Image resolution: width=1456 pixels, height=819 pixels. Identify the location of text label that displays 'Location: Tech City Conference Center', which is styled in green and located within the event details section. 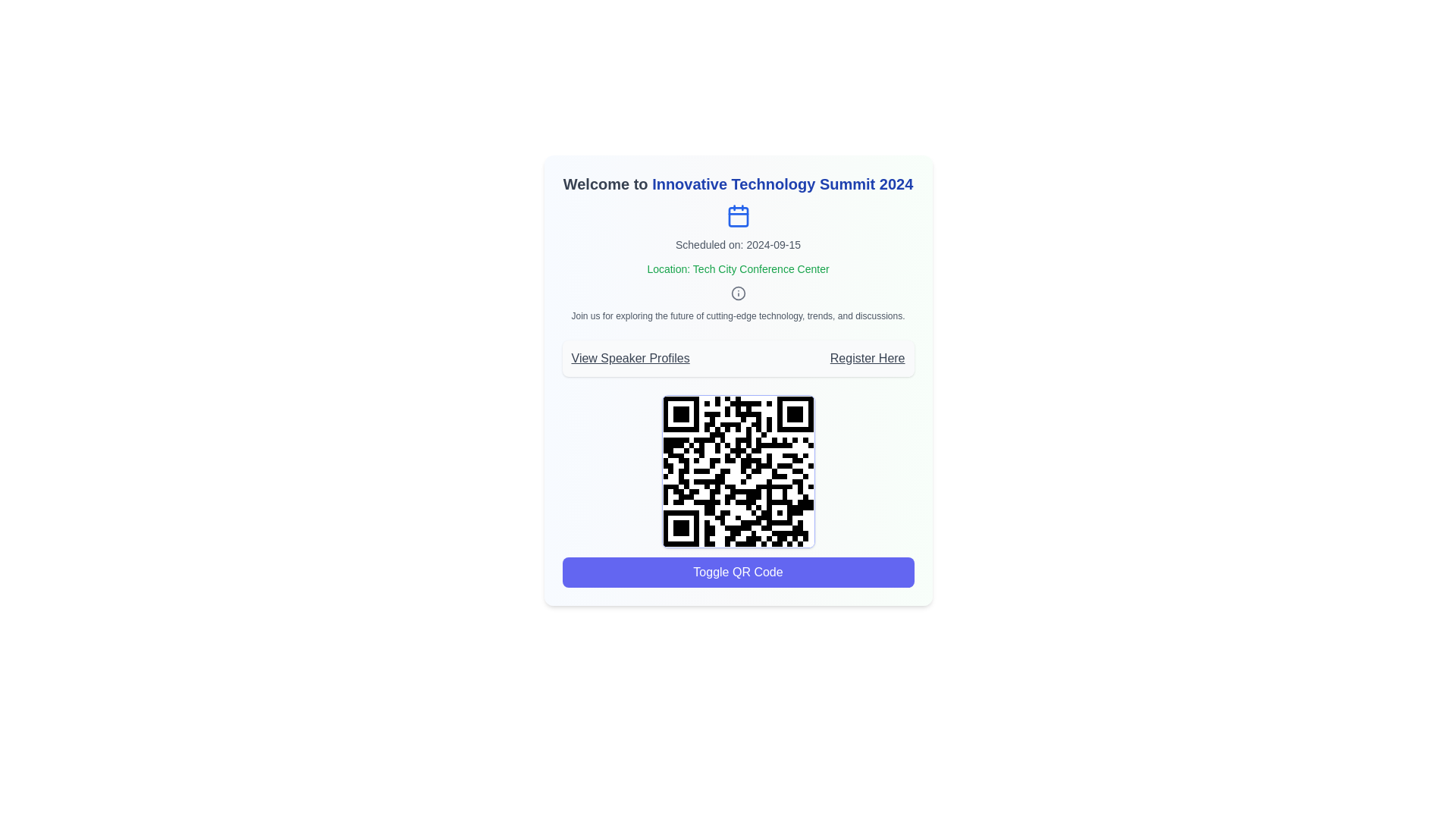
(738, 268).